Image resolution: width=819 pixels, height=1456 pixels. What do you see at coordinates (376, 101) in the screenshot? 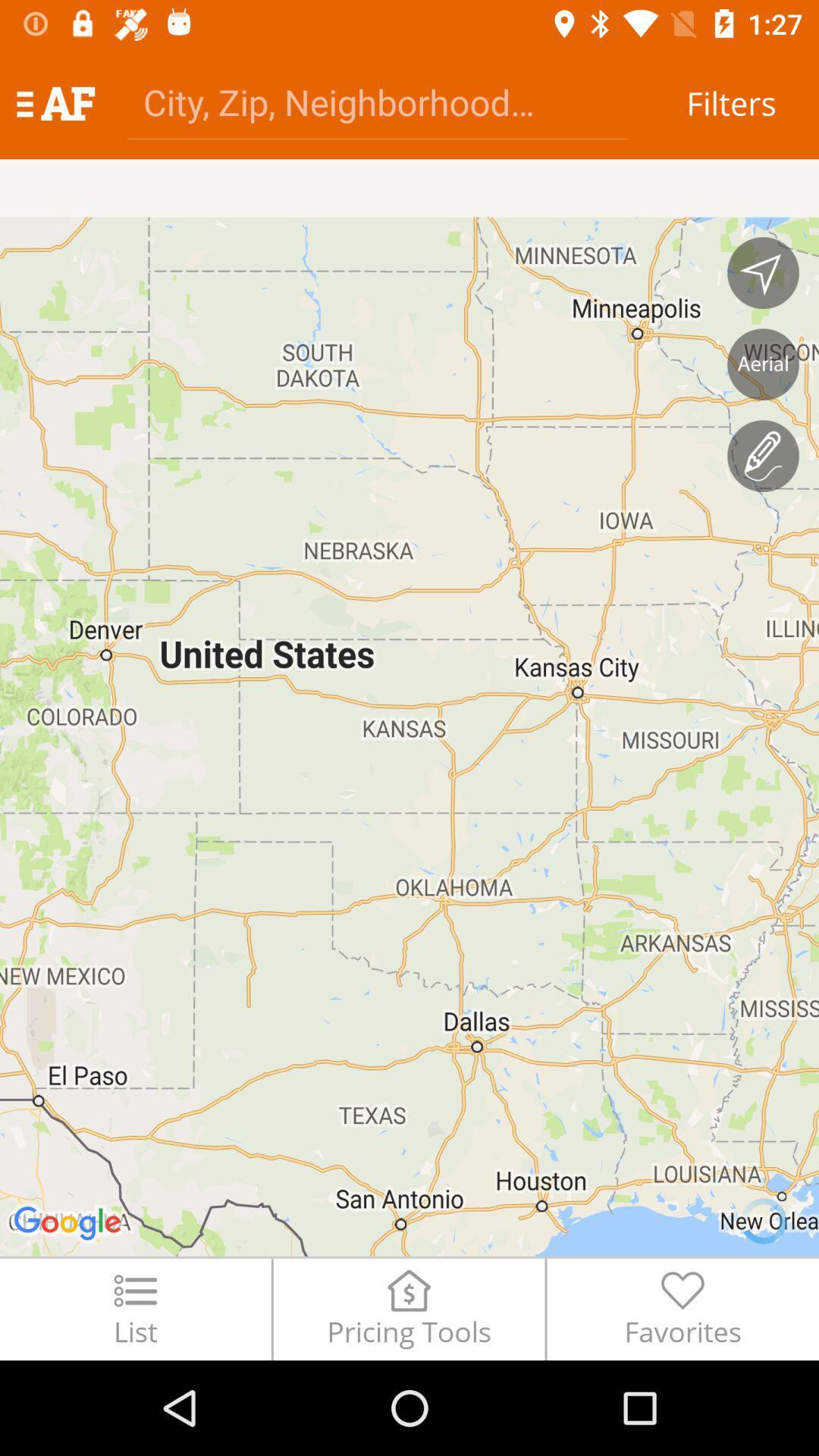
I see `search` at bounding box center [376, 101].